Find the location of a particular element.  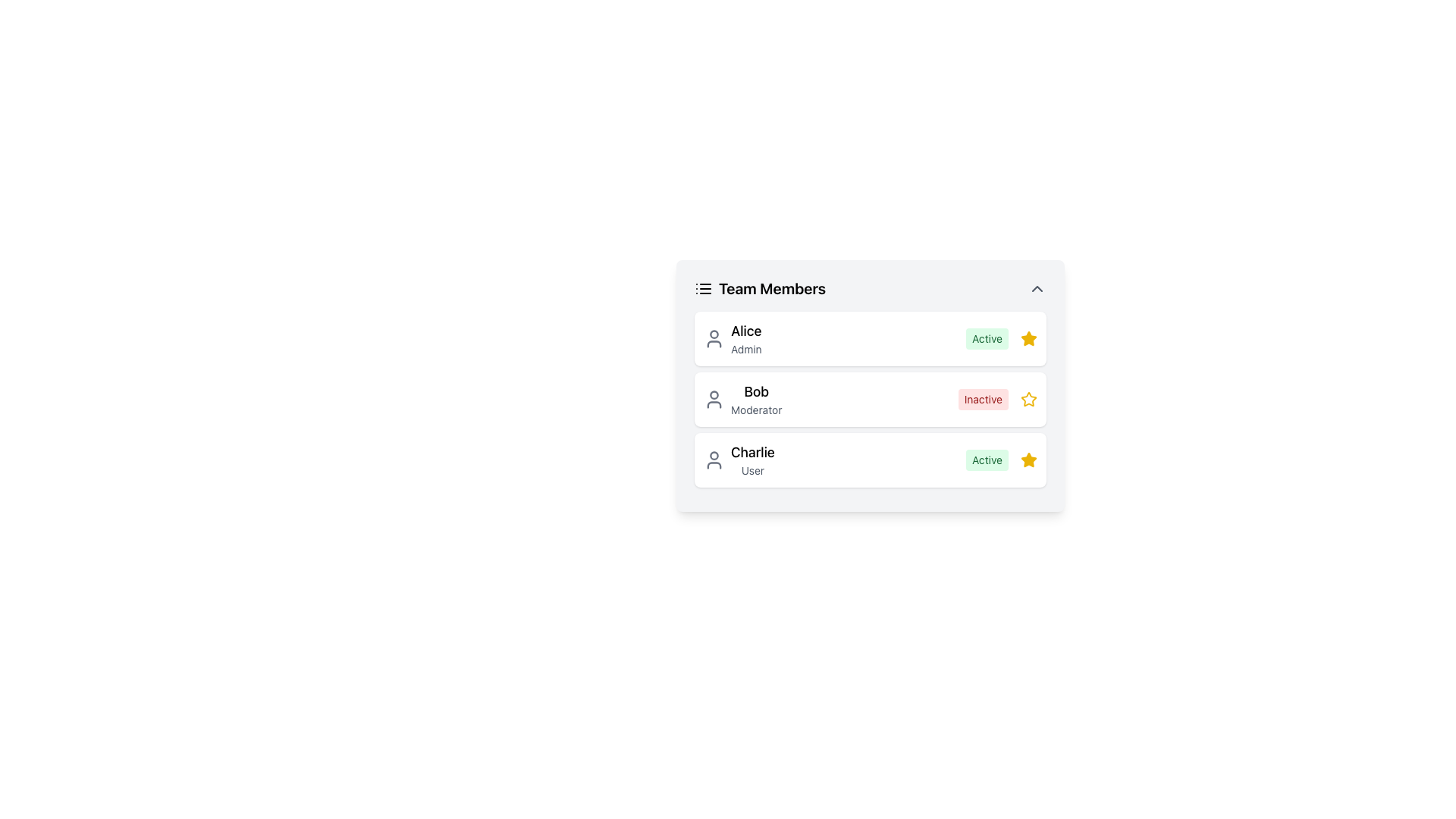

the user profile icon located to the far left of the row containing the text 'Alice Admin' is located at coordinates (713, 338).